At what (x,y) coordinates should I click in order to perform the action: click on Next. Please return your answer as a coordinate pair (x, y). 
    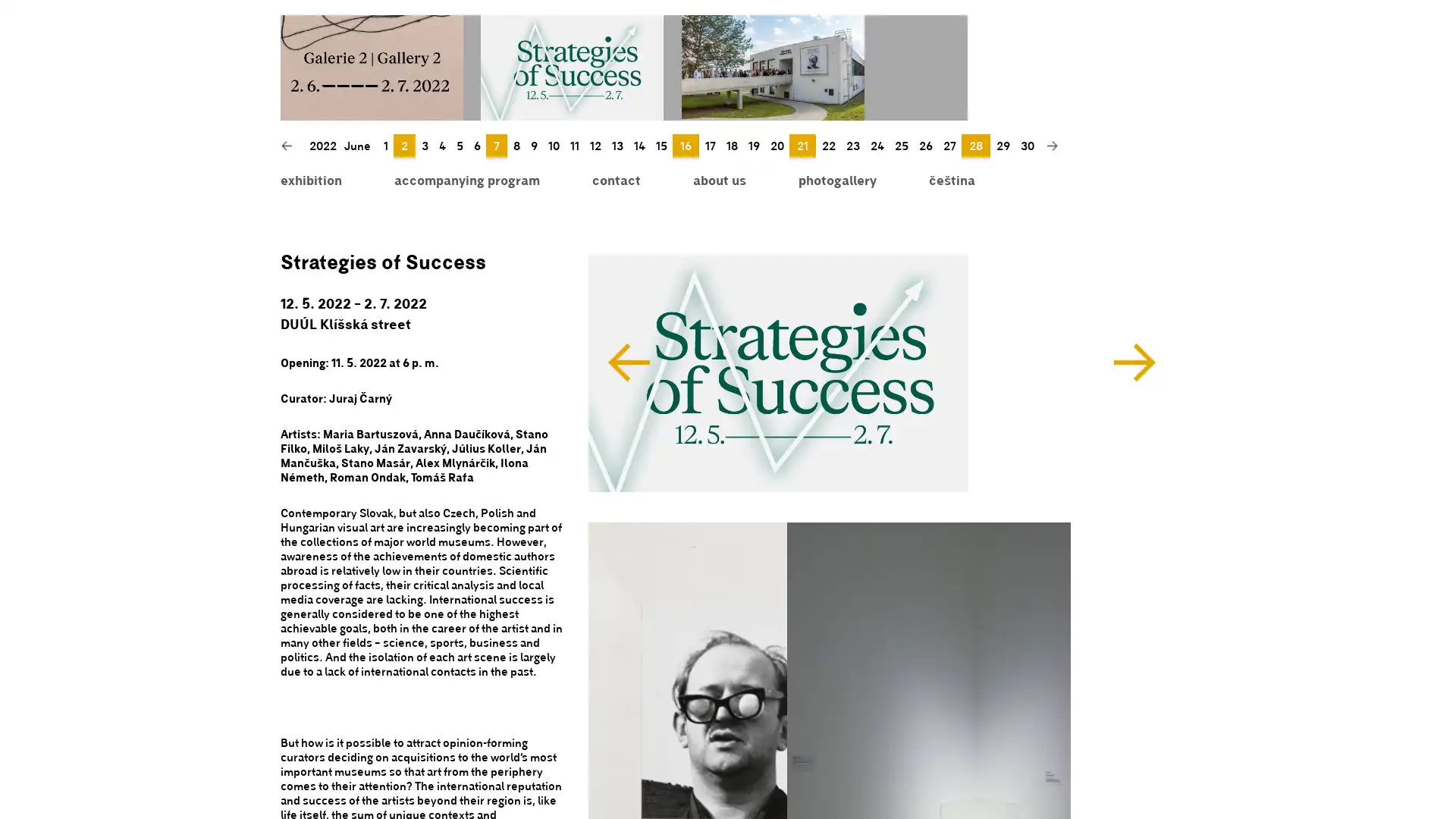
    Looking at the image, I should click on (1134, 486).